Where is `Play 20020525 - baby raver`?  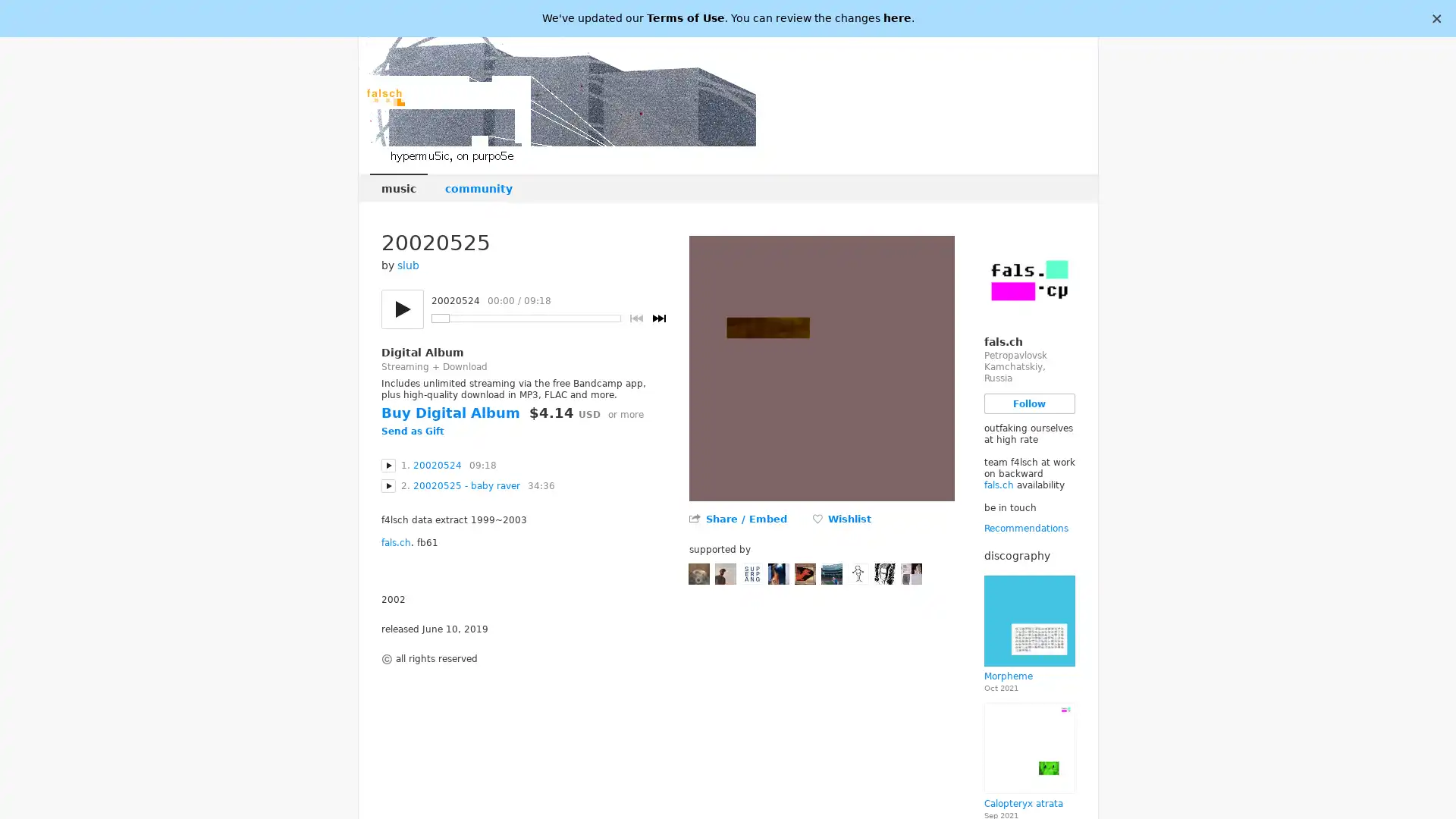 Play 20020525 - baby raver is located at coordinates (388, 485).